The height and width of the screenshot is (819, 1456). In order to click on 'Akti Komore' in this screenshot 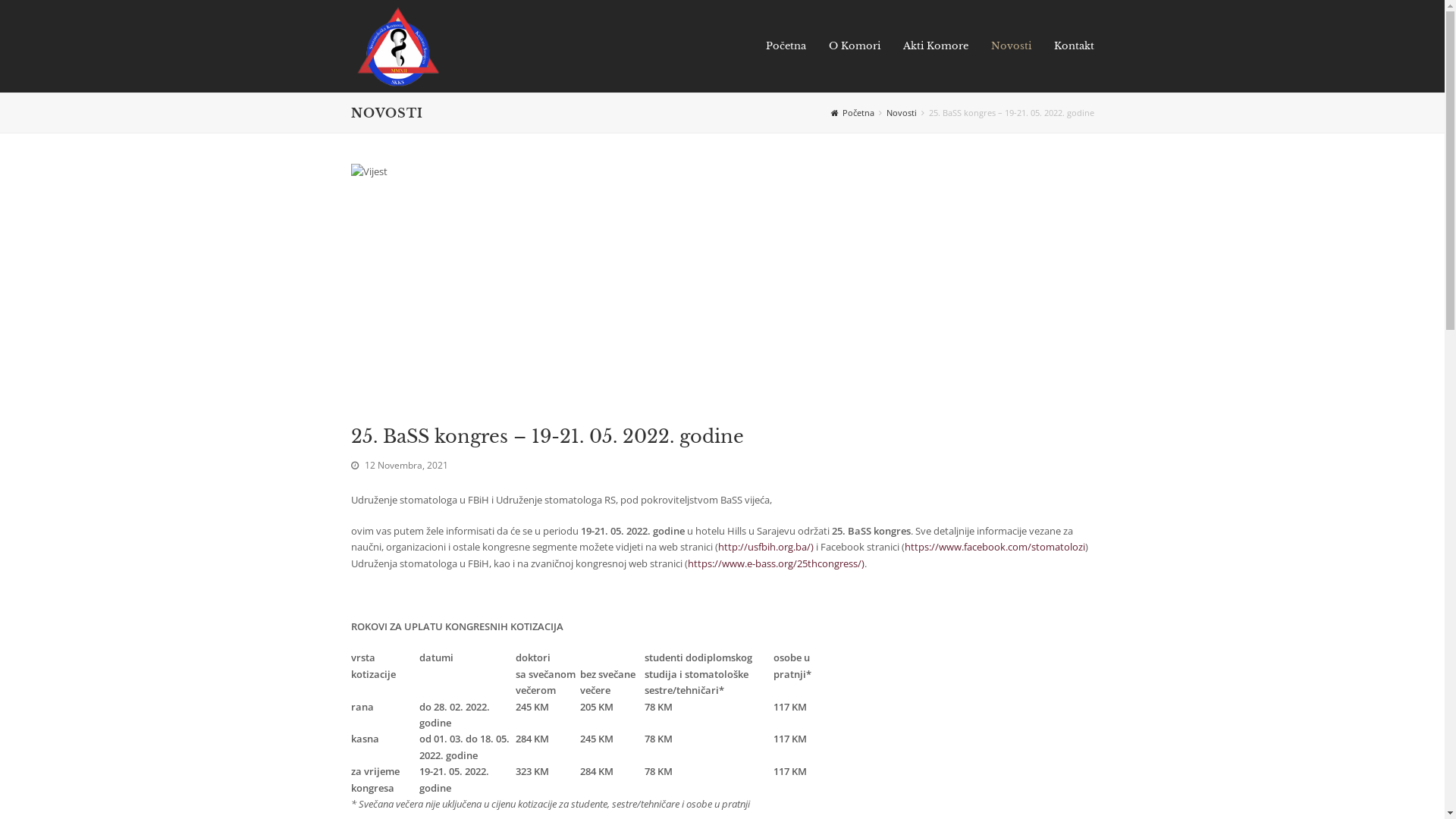, I will do `click(934, 45)`.